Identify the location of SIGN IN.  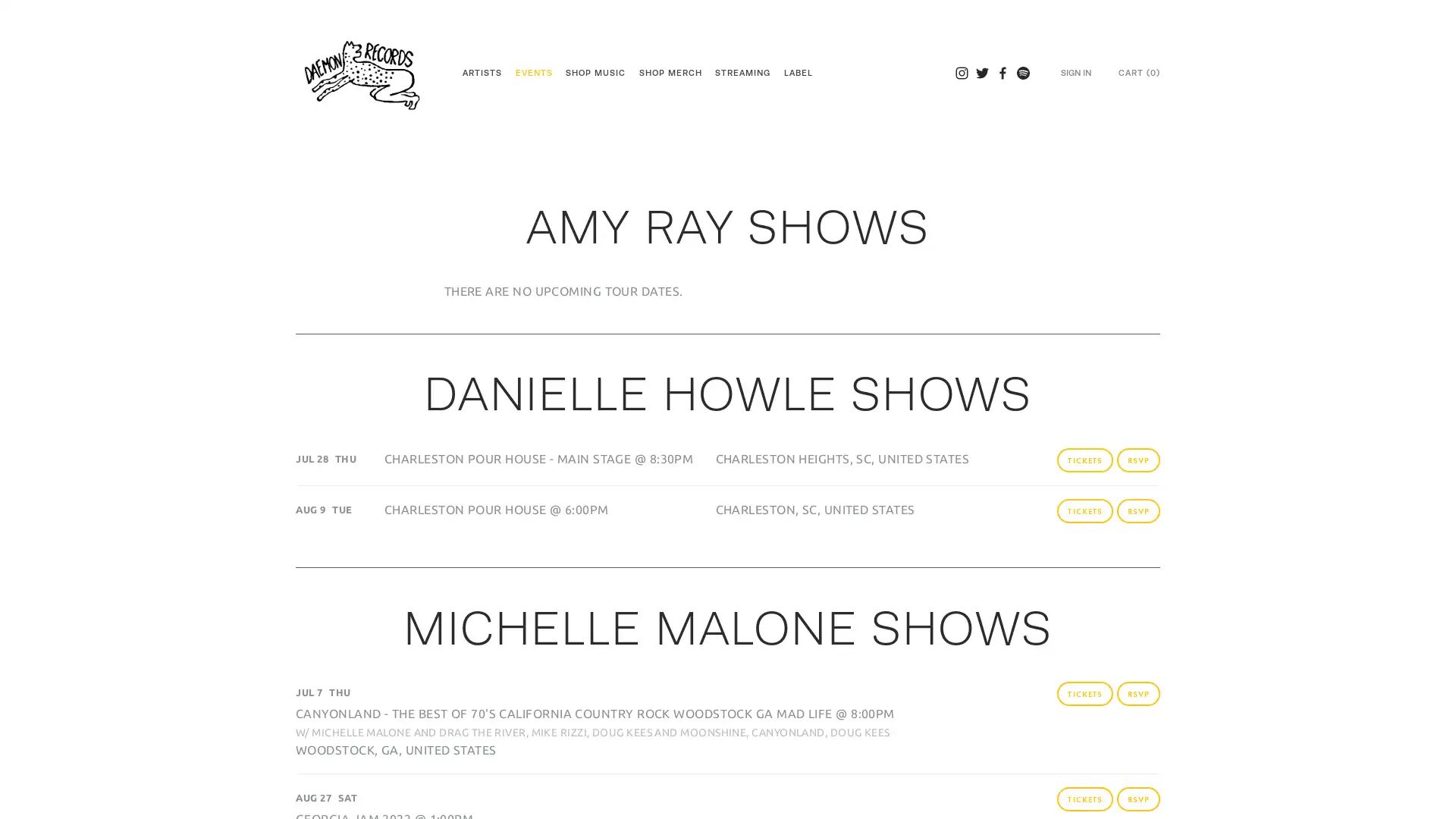
(1075, 72).